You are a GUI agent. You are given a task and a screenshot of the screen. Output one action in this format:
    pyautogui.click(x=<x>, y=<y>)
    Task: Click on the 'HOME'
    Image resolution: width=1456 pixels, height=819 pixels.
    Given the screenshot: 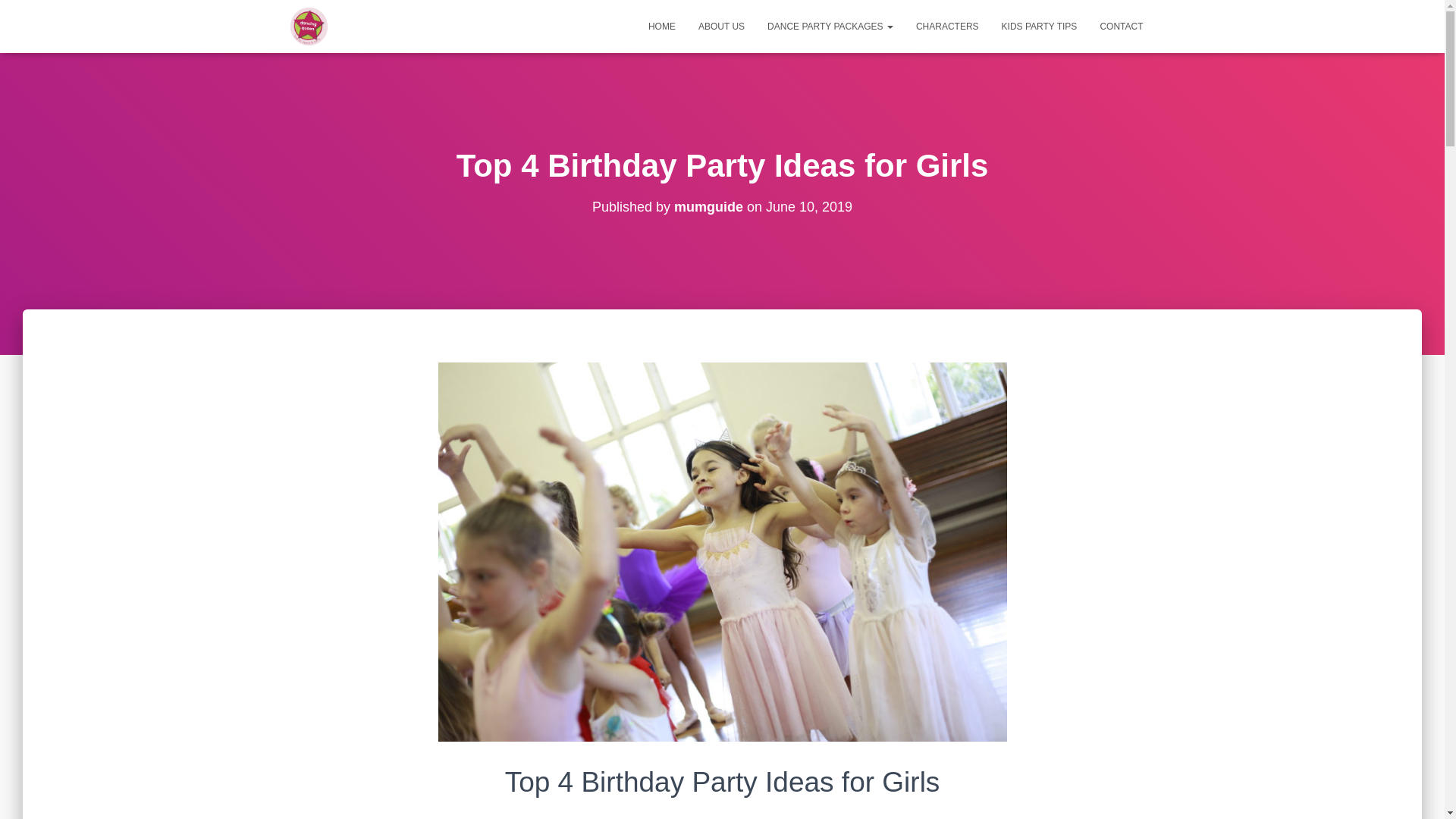 What is the action you would take?
    pyautogui.click(x=662, y=26)
    